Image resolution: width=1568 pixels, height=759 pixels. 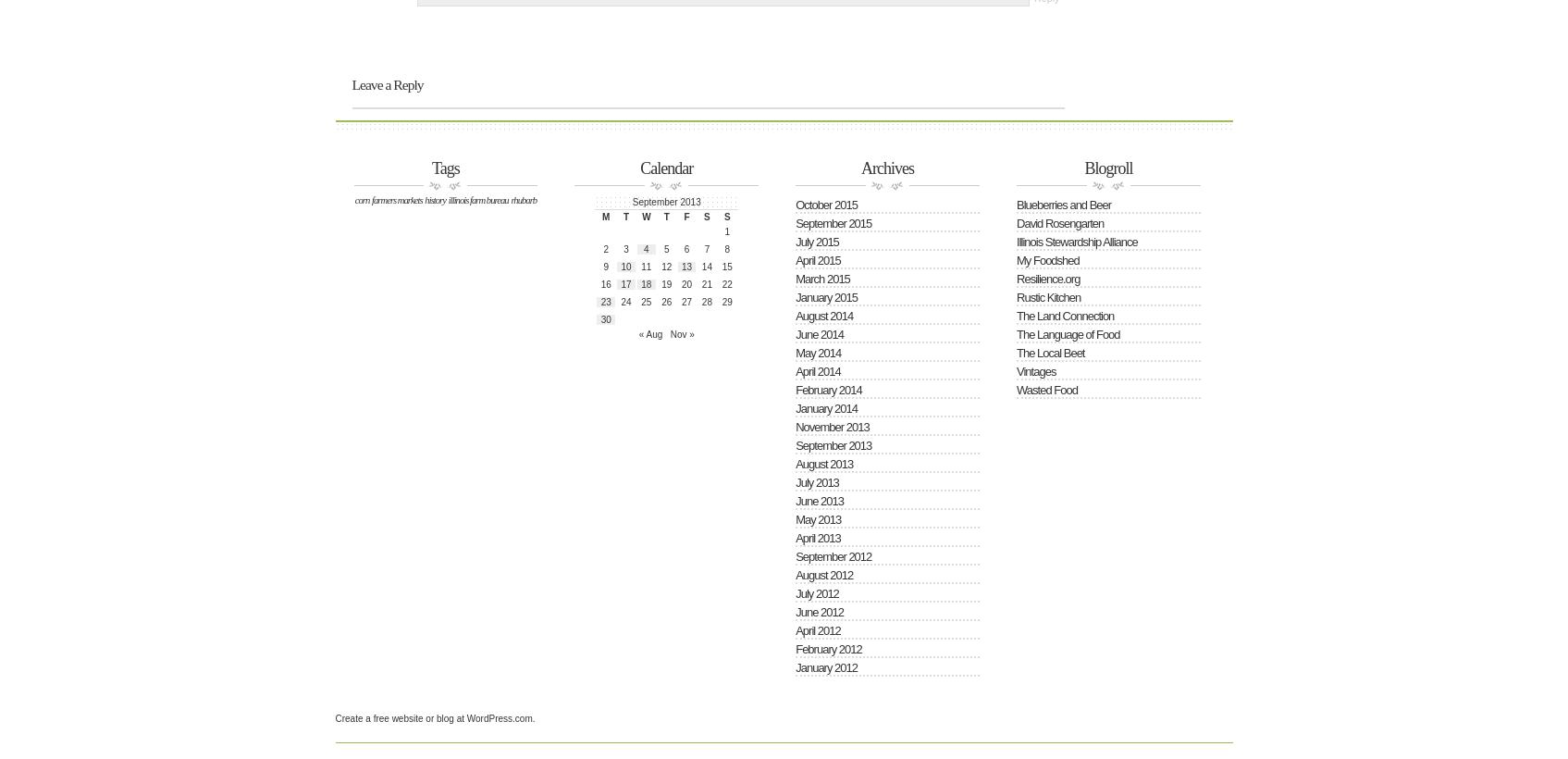 I want to click on '11', so click(x=646, y=266).